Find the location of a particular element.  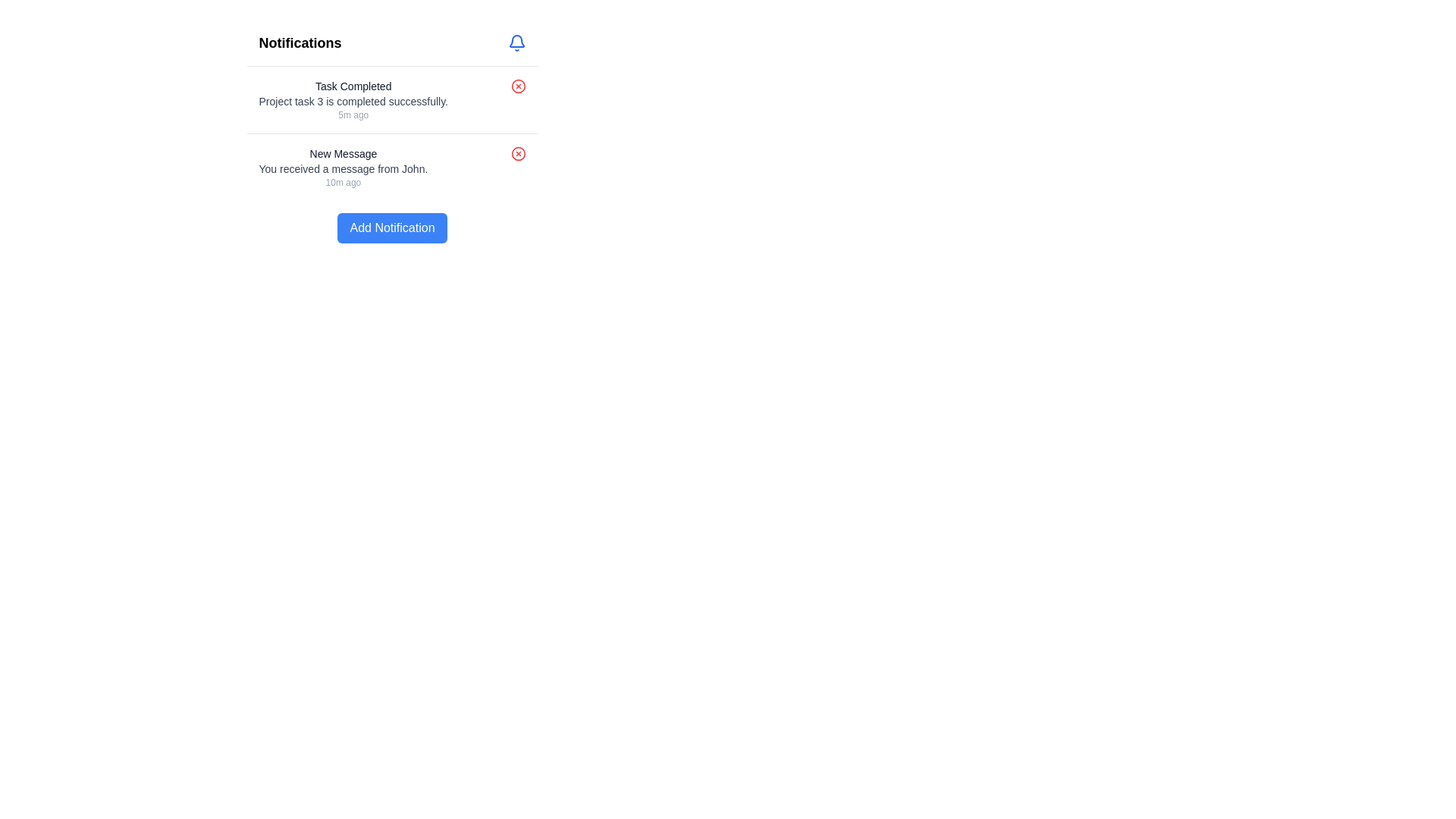

the small-sized text element displaying '10m ago' in light gray color, located at the bottom-right corner of the 'New Message' notification is located at coordinates (342, 181).